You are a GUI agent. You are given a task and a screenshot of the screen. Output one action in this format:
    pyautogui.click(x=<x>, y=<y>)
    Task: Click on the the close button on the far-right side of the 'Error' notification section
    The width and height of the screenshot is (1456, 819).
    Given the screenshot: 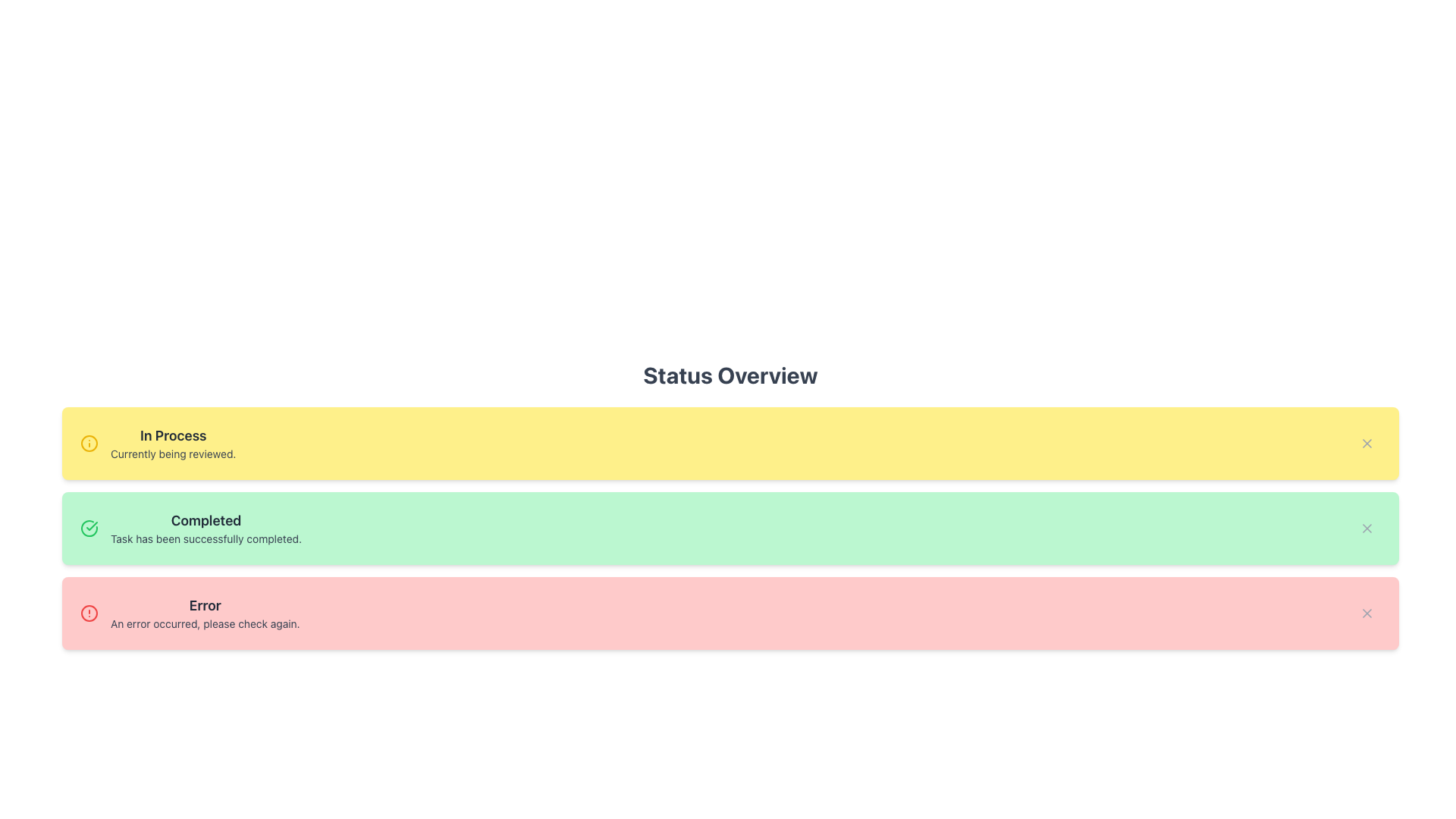 What is the action you would take?
    pyautogui.click(x=1367, y=613)
    